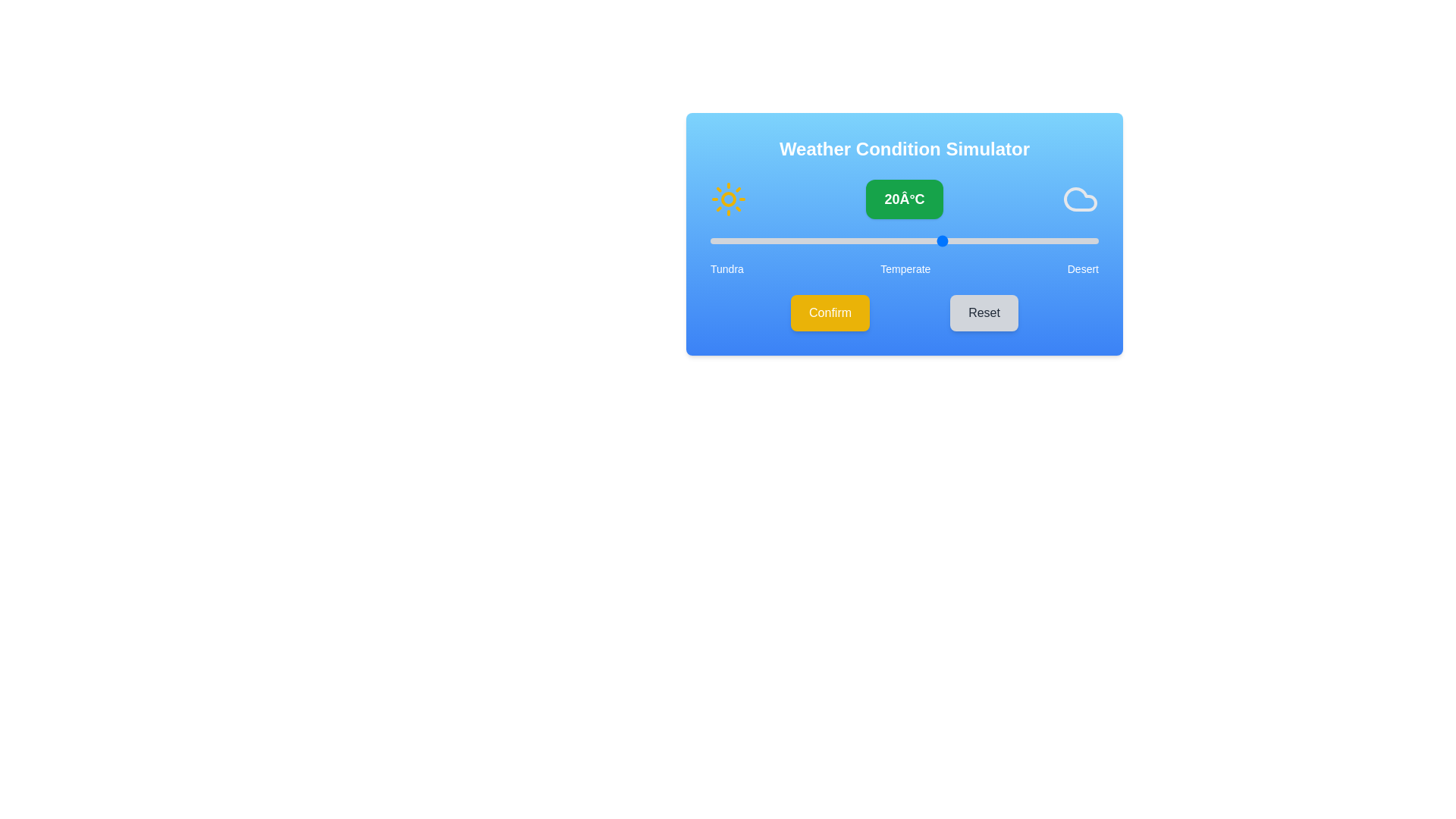  Describe the element at coordinates (772, 240) in the screenshot. I see `the slider to set the temperature to -2°C` at that location.